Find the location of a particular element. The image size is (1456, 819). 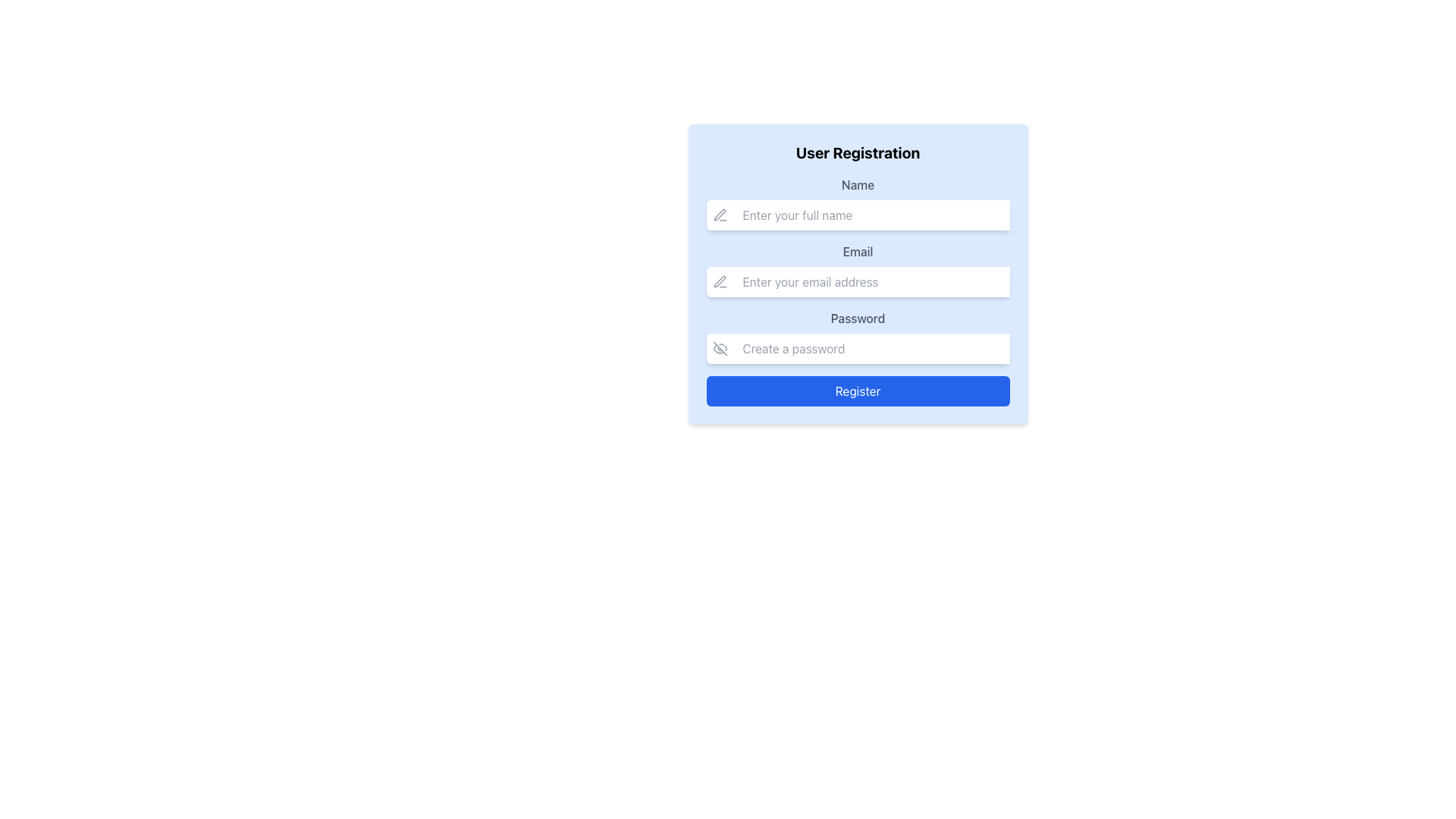

the eye icon embedded in the button next to the password input field is located at coordinates (719, 348).